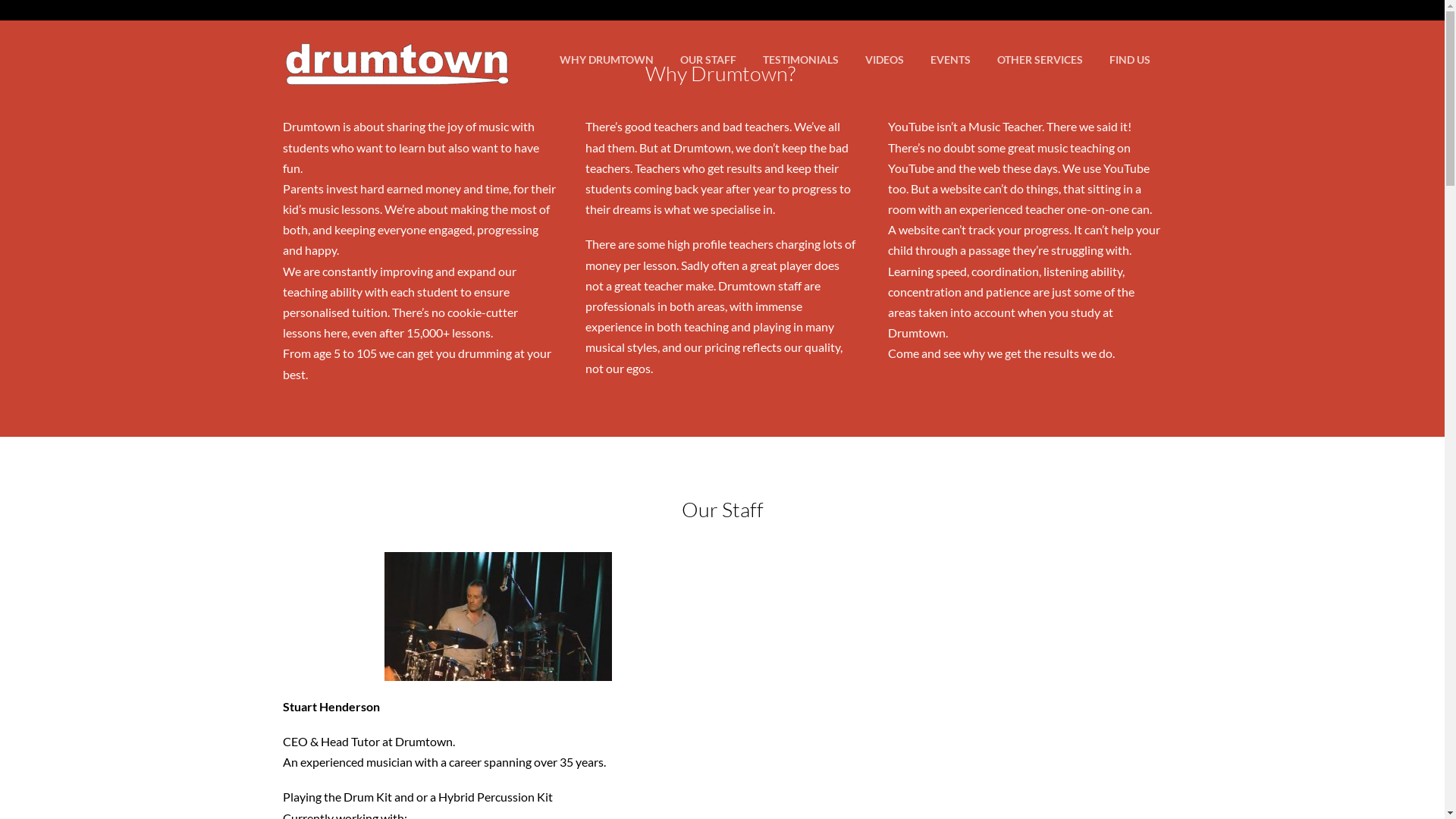  Describe the element at coordinates (607, 59) in the screenshot. I see `'WHY DRUMTOWN'` at that location.